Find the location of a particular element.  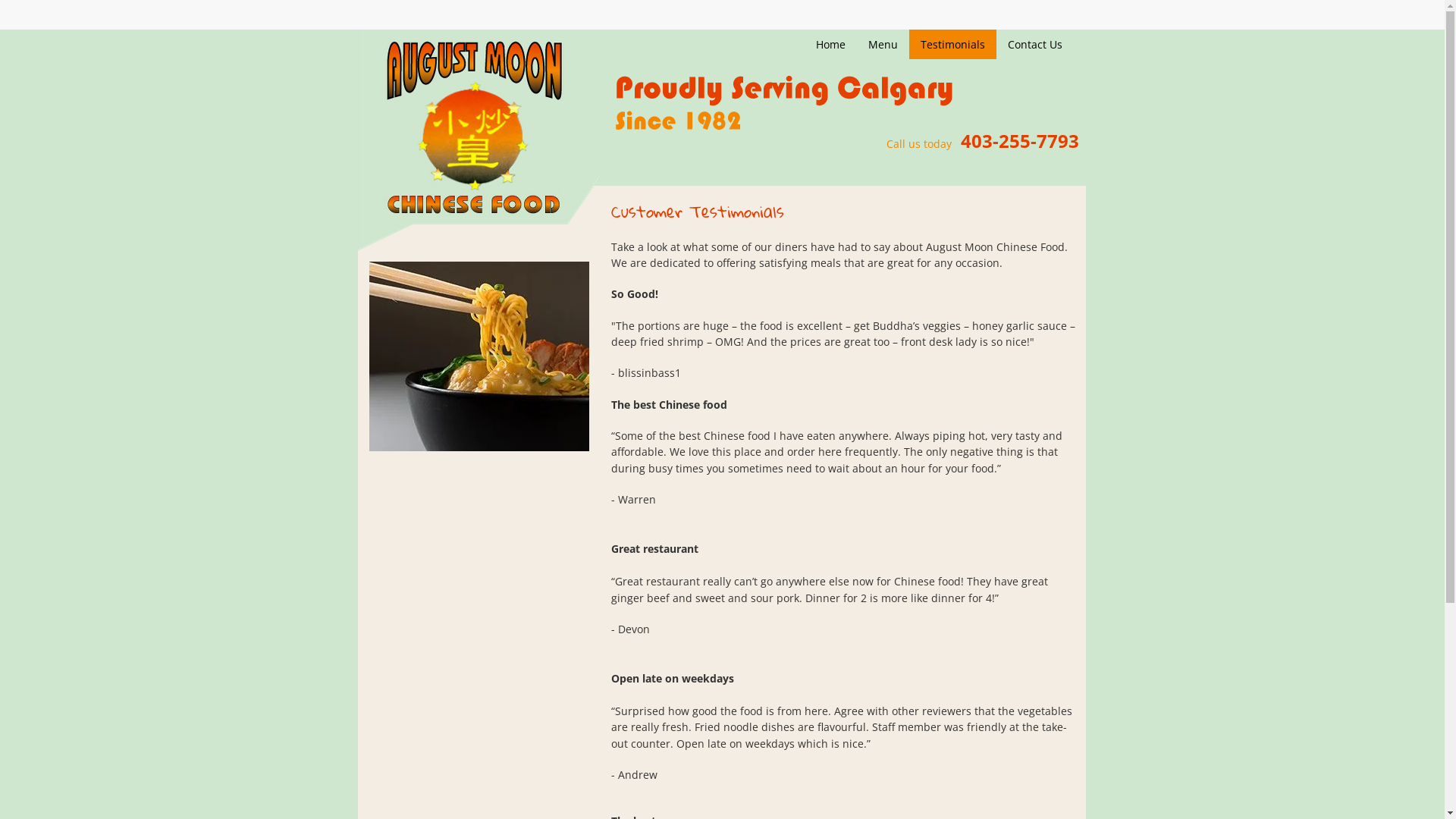

'403-255-7793' is located at coordinates (1019, 143).